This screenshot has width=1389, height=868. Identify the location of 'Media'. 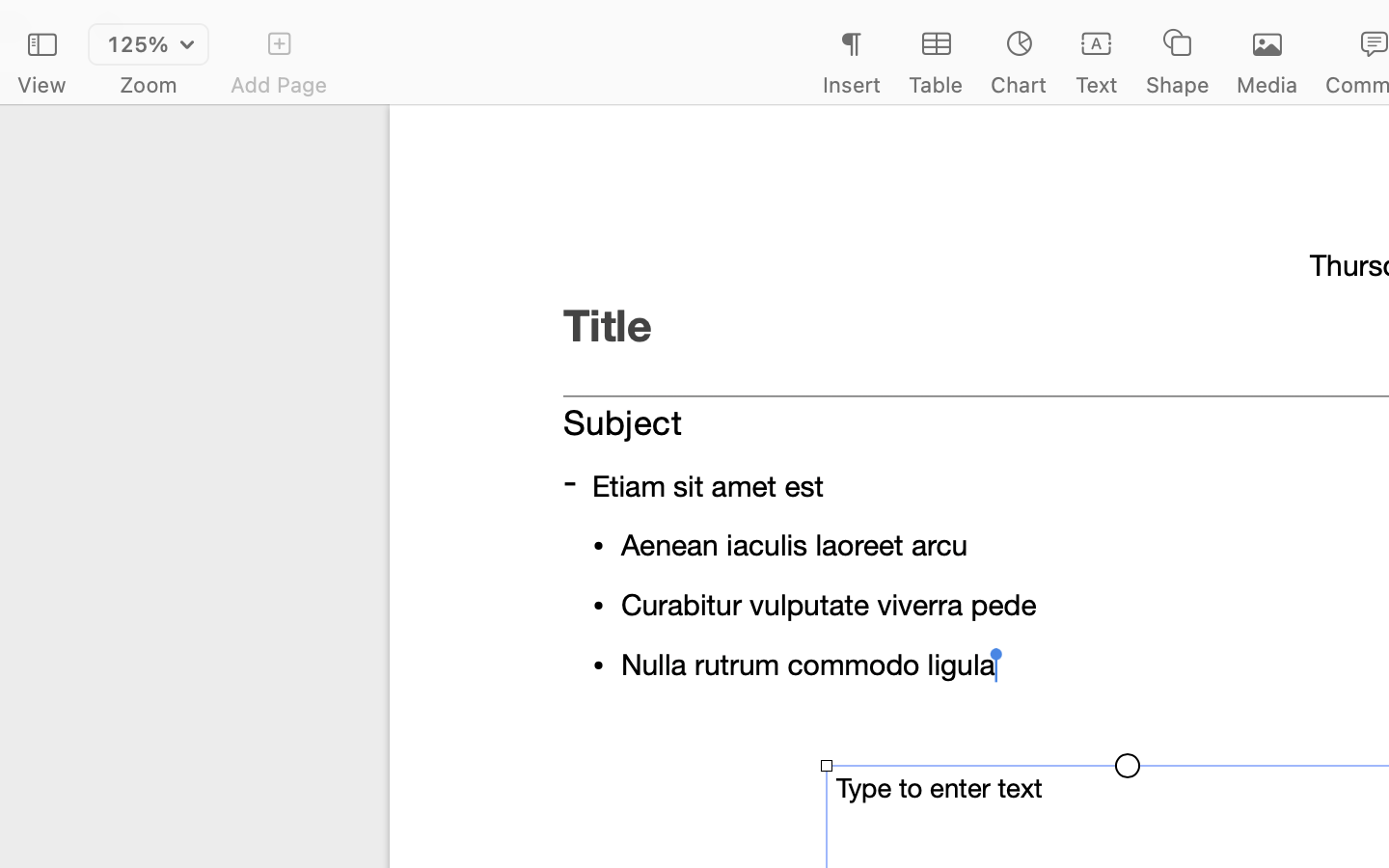
(1267, 84).